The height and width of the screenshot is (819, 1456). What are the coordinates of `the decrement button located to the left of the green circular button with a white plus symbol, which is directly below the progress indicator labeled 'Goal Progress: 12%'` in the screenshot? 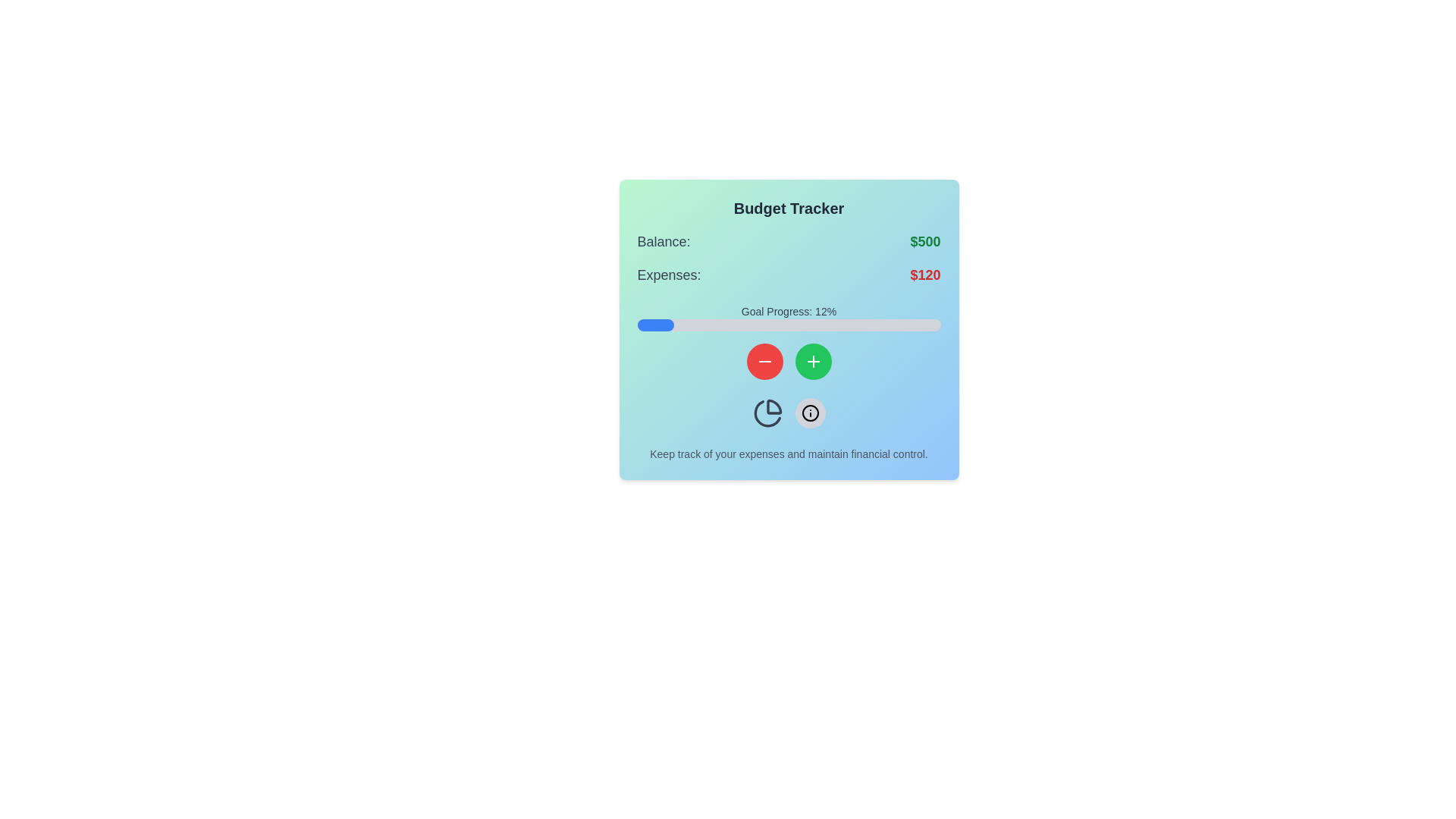 It's located at (764, 362).